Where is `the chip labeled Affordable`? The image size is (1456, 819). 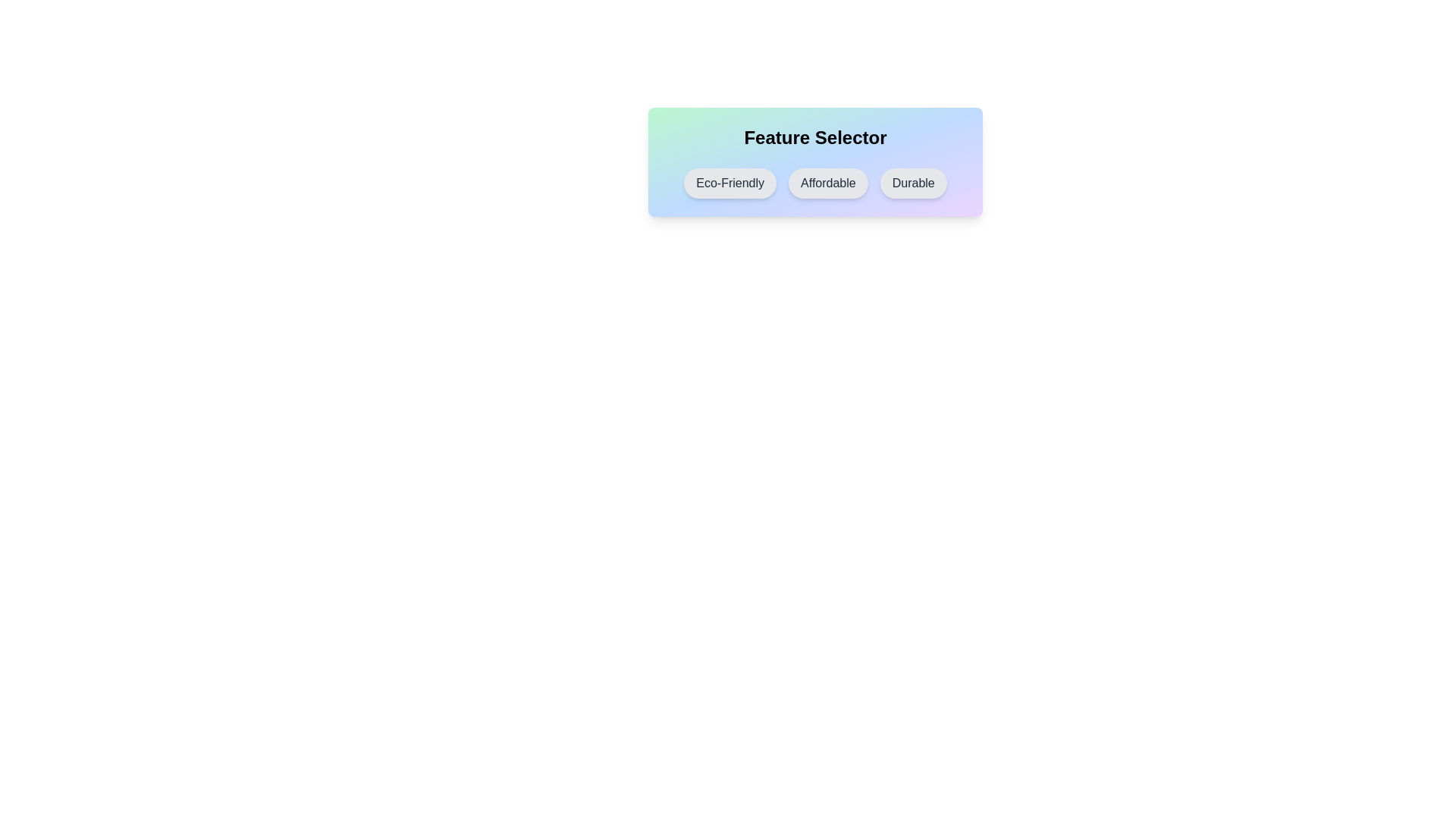 the chip labeled Affordable is located at coordinates (827, 183).